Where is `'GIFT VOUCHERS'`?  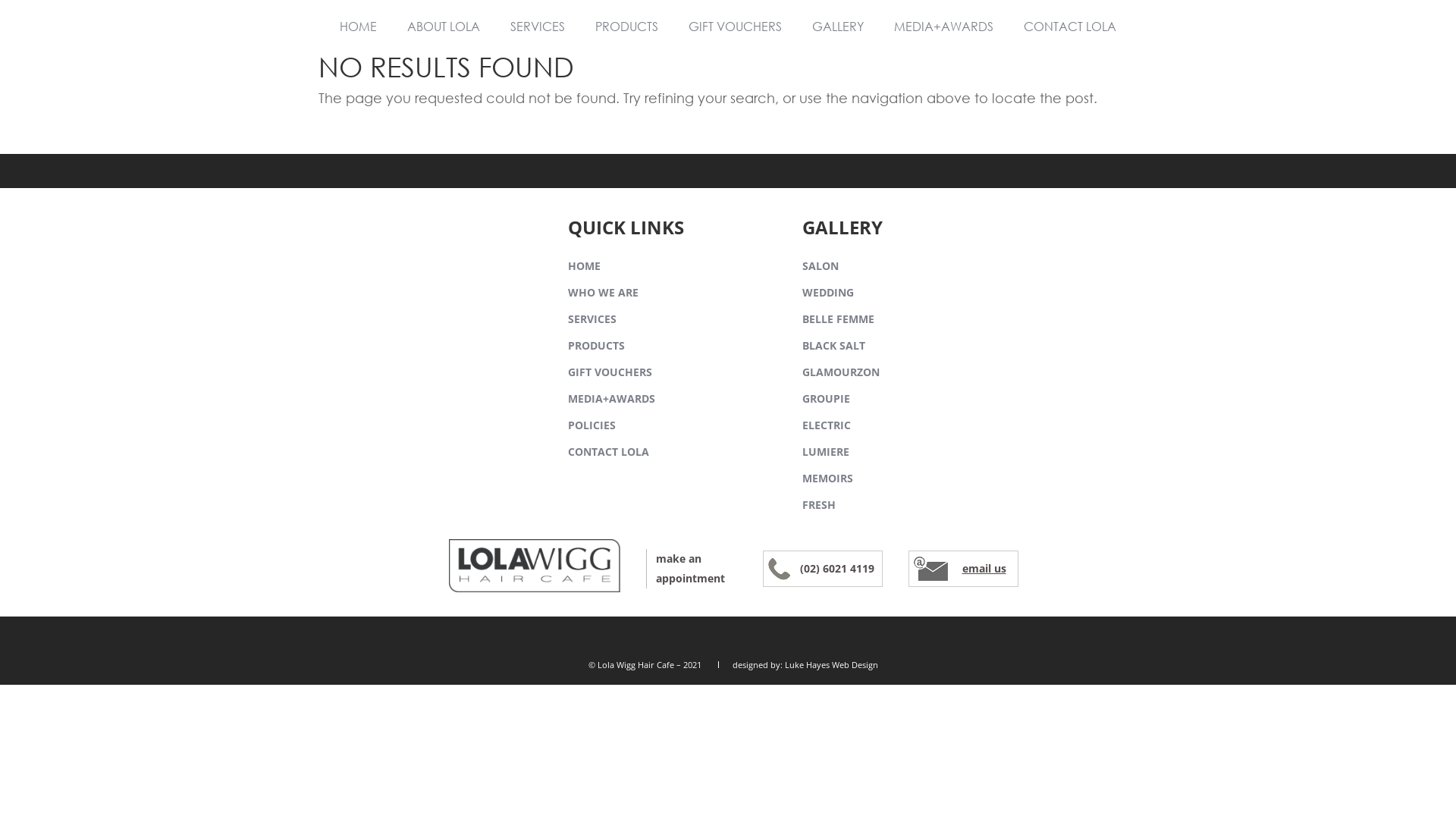 'GIFT VOUCHERS' is located at coordinates (610, 373).